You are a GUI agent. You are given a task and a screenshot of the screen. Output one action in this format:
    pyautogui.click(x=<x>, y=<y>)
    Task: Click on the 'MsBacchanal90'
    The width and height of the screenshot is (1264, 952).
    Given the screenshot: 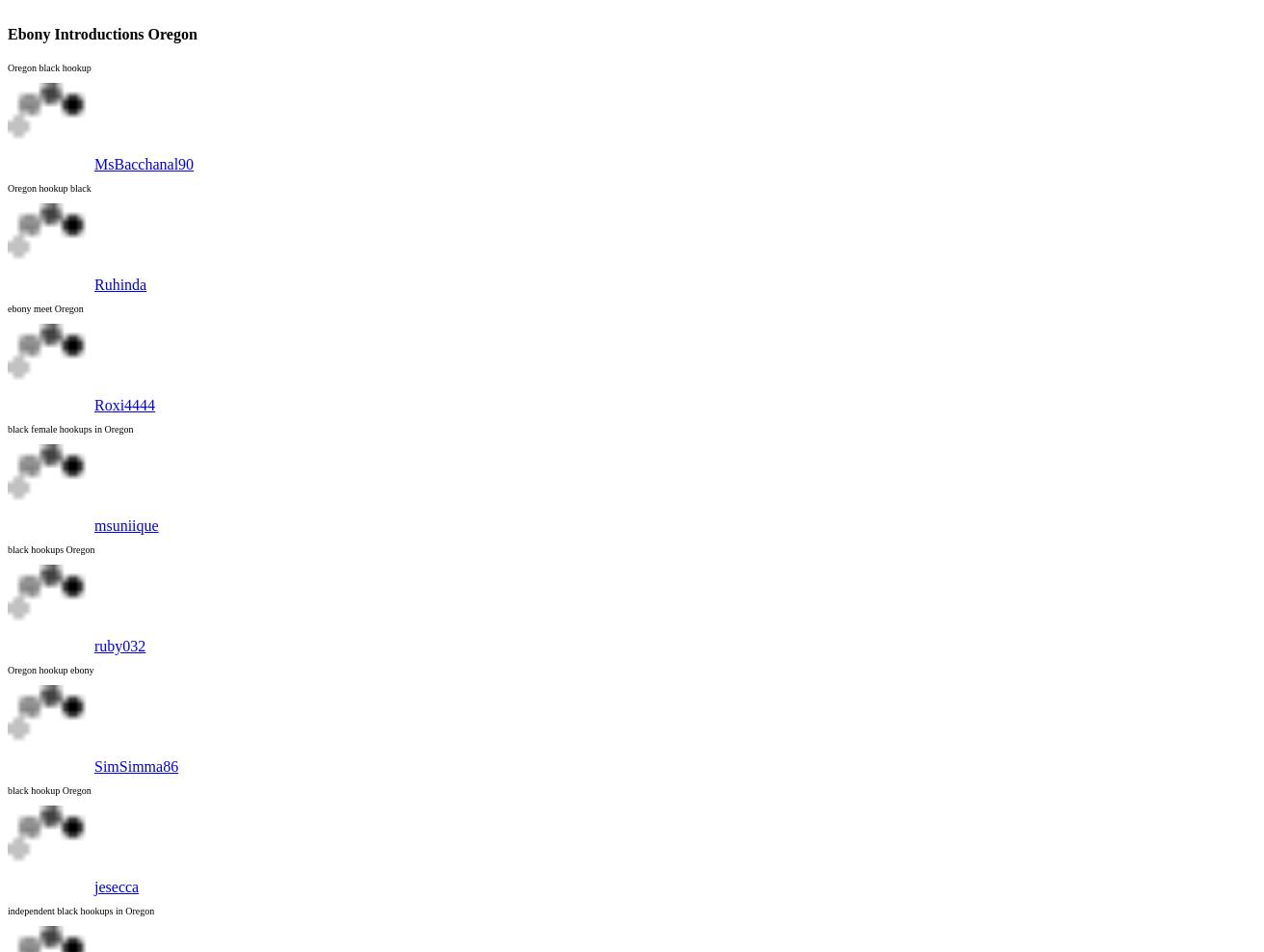 What is the action you would take?
    pyautogui.click(x=94, y=163)
    